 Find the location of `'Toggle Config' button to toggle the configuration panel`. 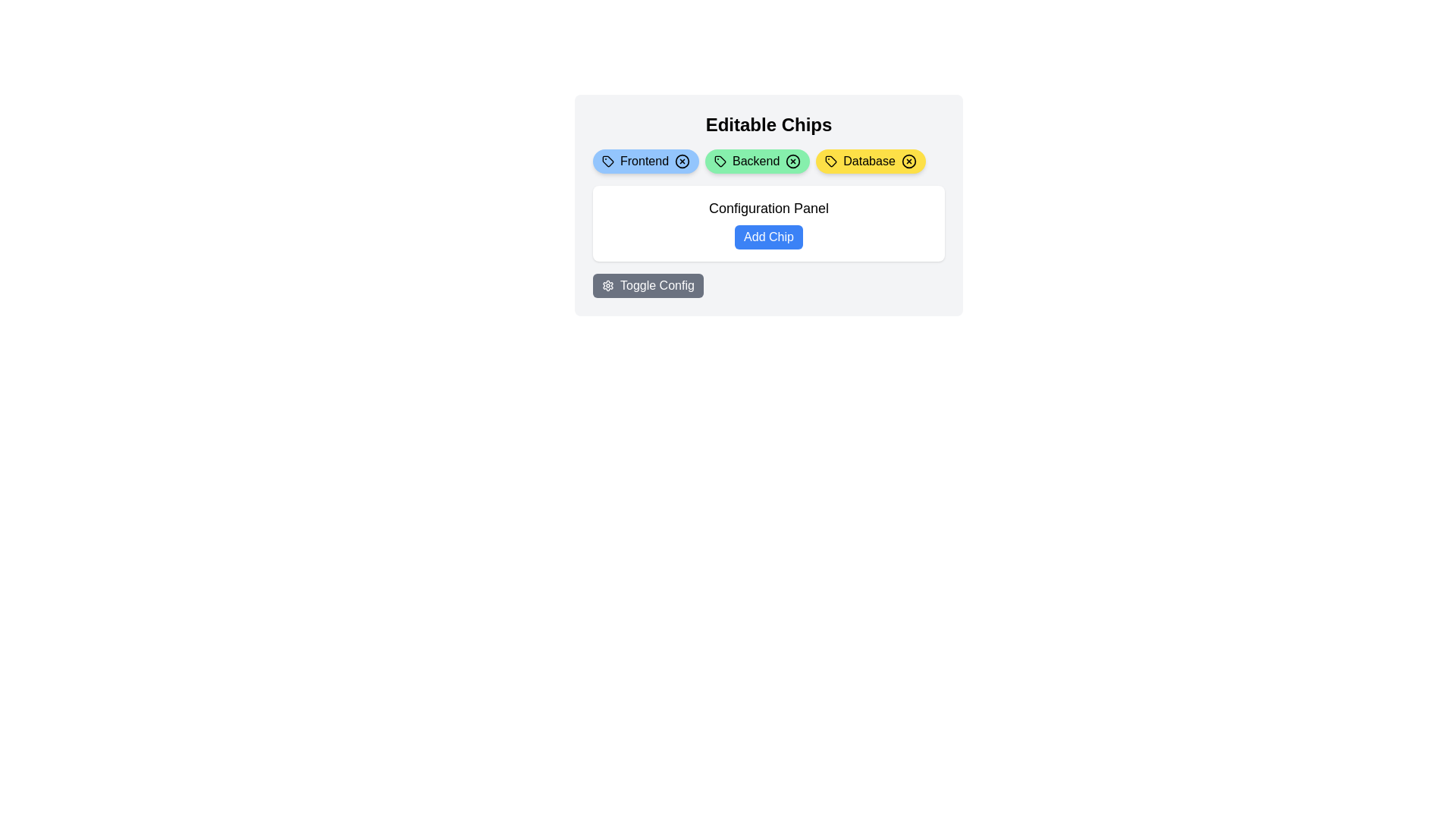

'Toggle Config' button to toggle the configuration panel is located at coordinates (648, 286).